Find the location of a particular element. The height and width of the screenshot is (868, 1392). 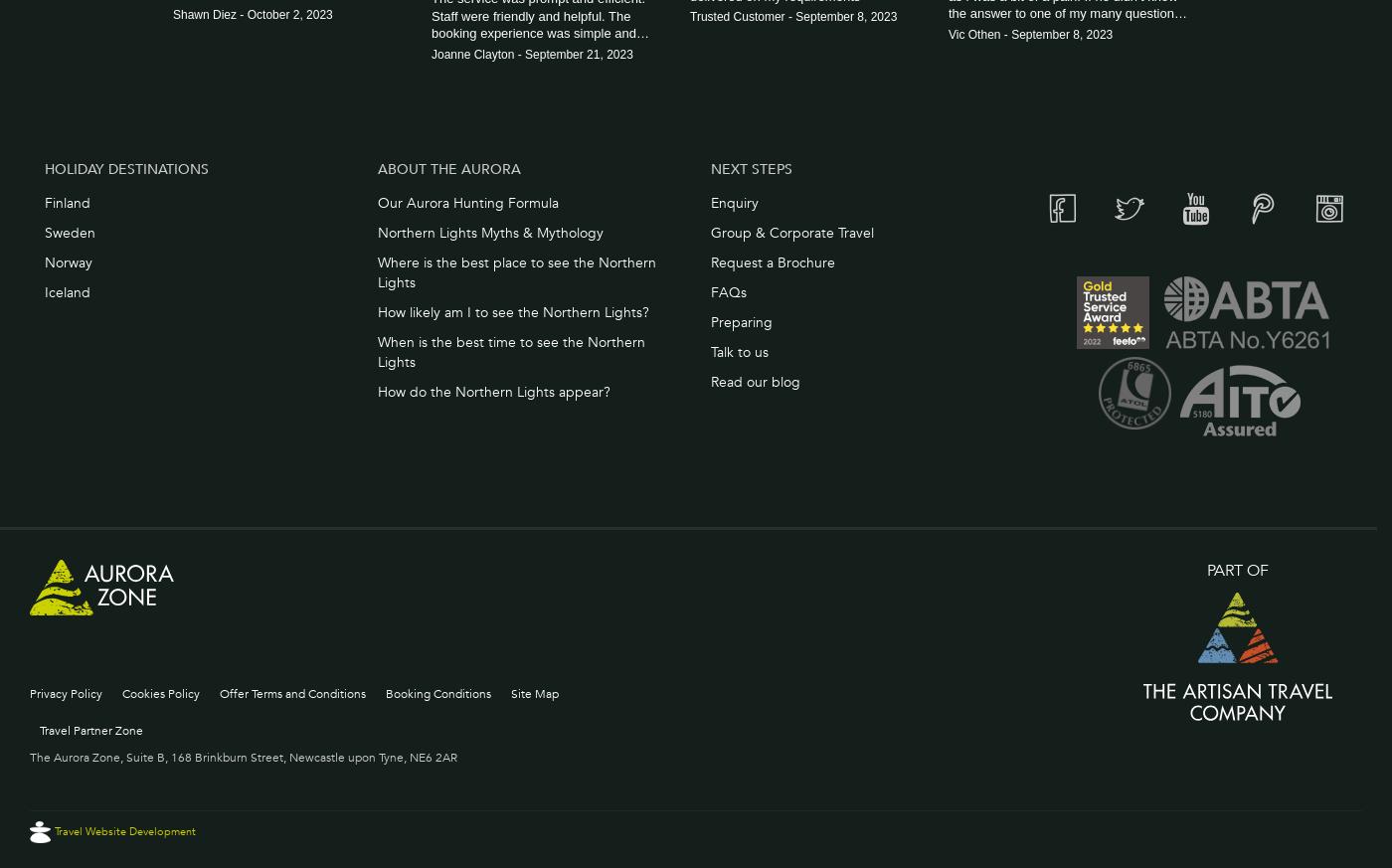

'The Aurora Zone, Suite B, 168 Brinkburn Street, Newcastle upon Tyne, NE6 2AR' is located at coordinates (243, 755).